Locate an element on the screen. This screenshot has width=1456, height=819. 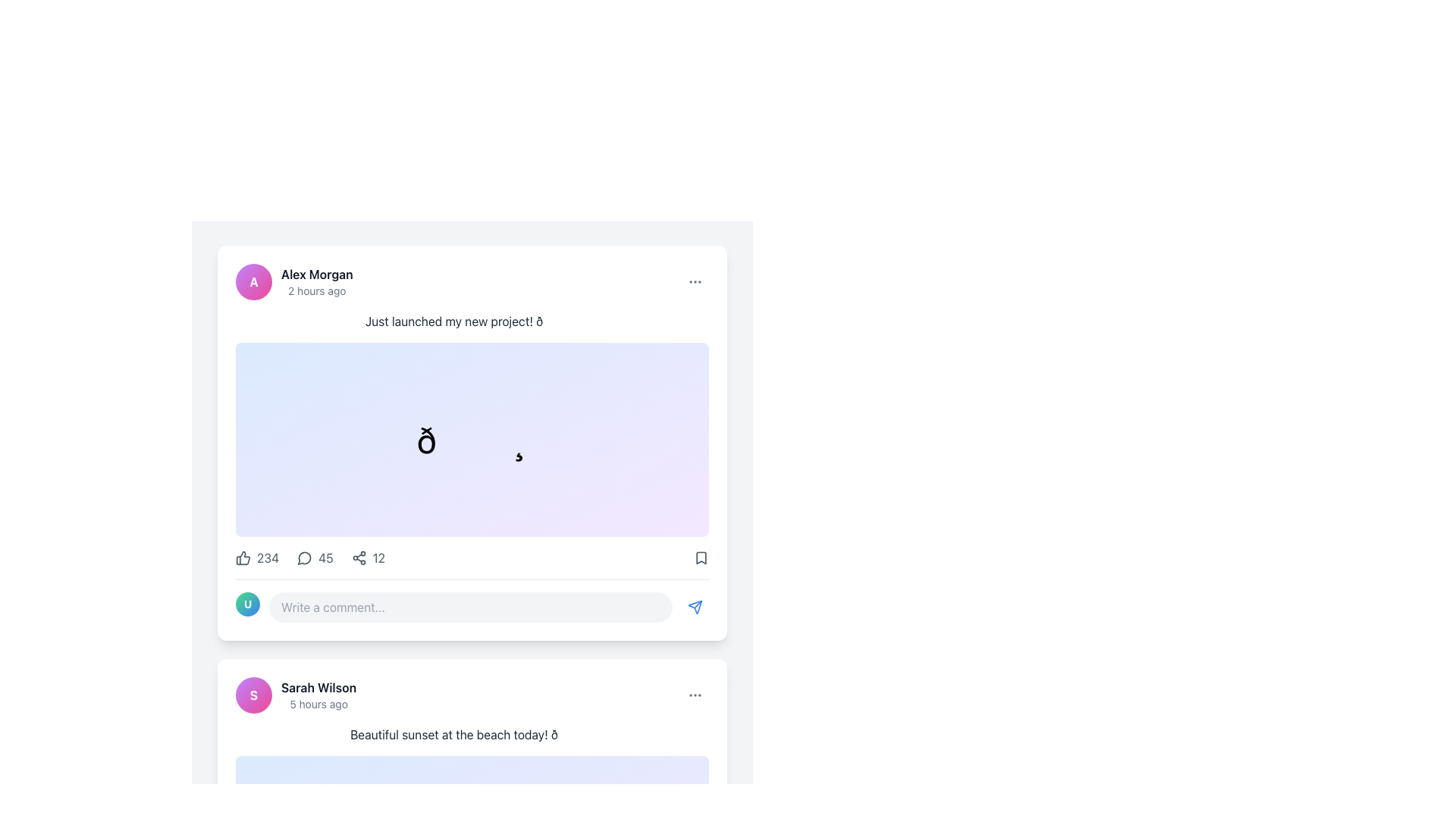
the text label displaying the share count, which is located to the right of the share icon in the lower section of the post interface is located at coordinates (378, 558).